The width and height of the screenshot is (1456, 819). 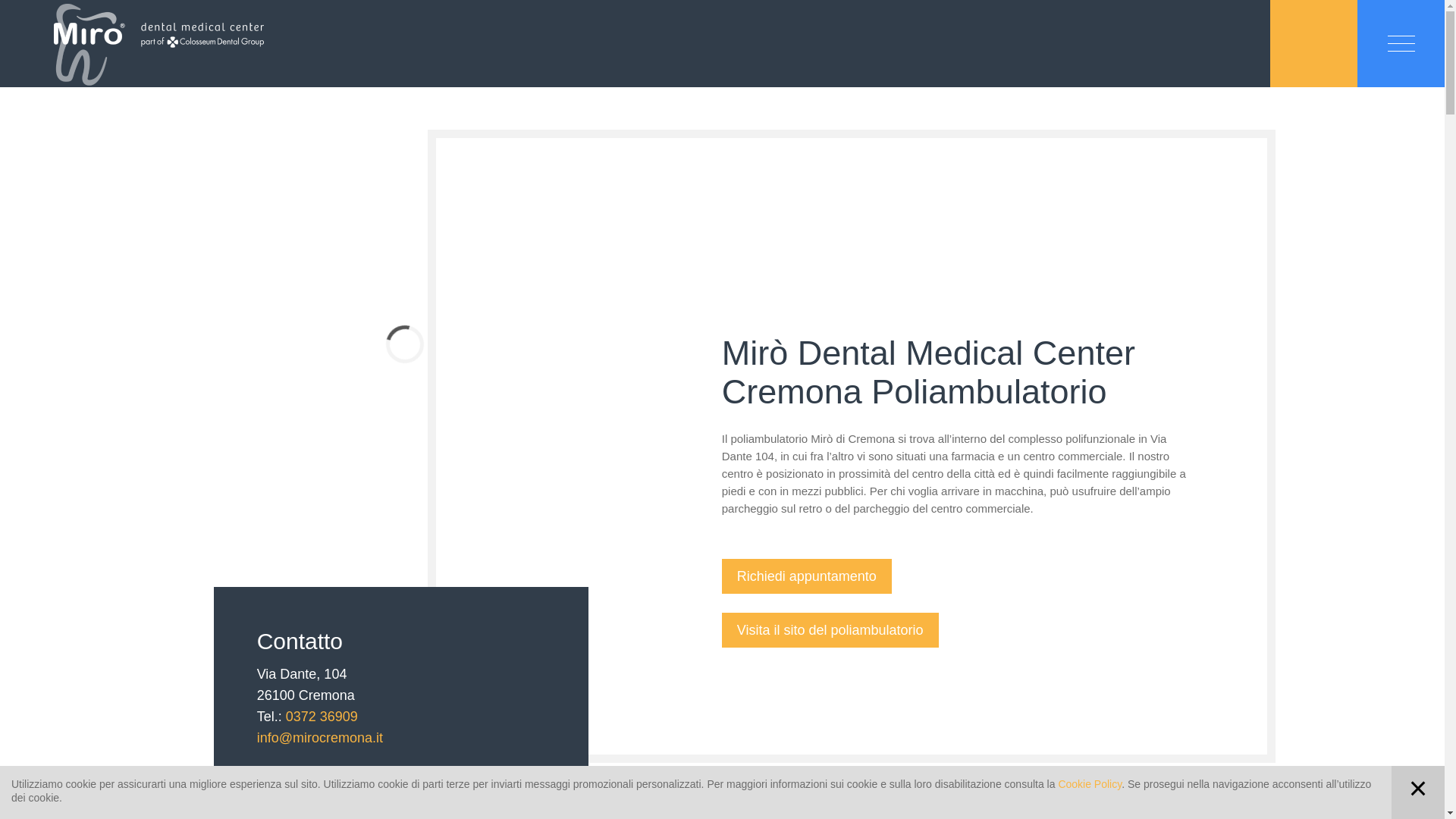 What do you see at coordinates (829, 629) in the screenshot?
I see `'Visita il sito del poliambulatorio'` at bounding box center [829, 629].